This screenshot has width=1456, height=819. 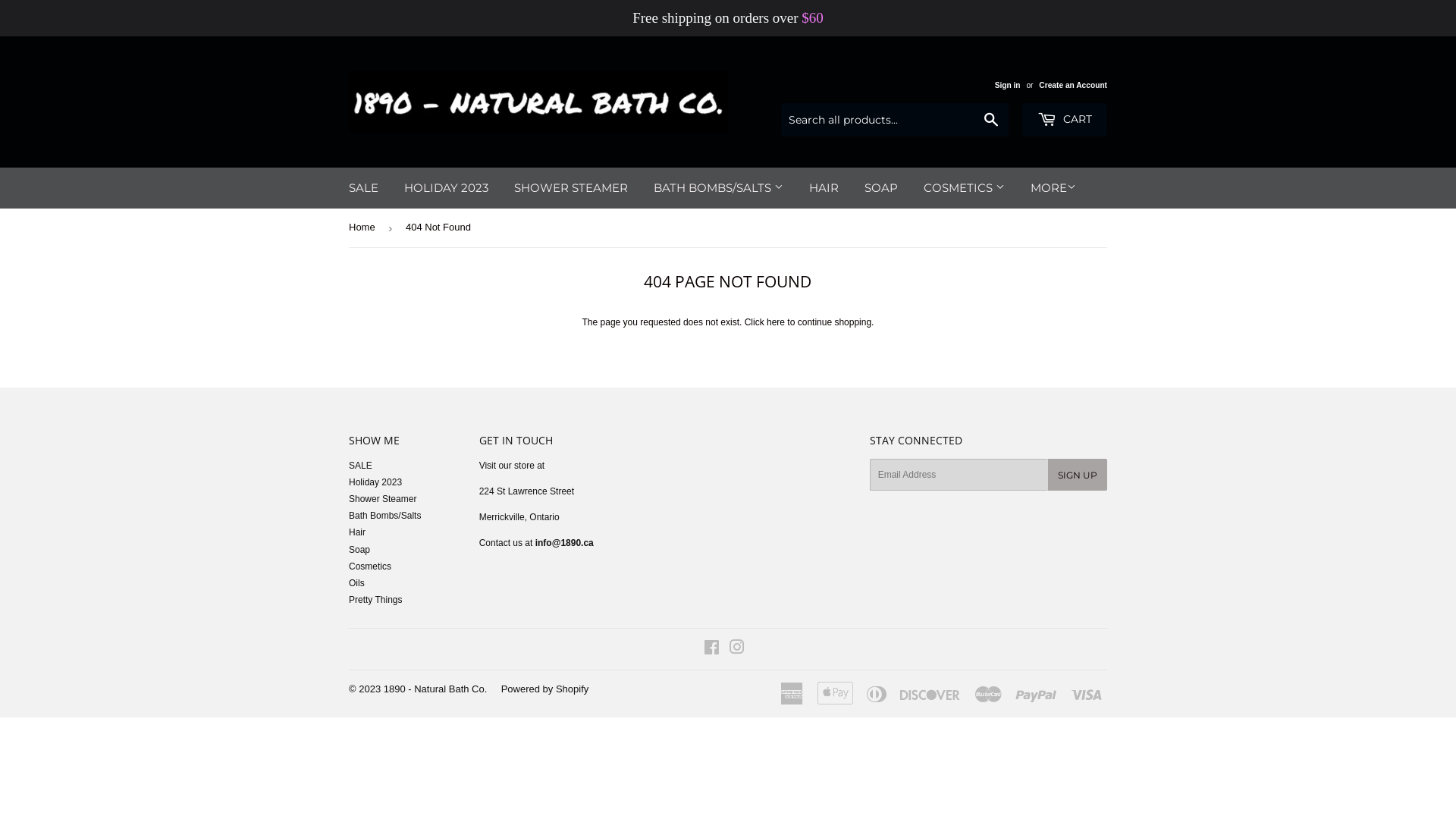 What do you see at coordinates (445, 187) in the screenshot?
I see `'HOLIDAY 2023'` at bounding box center [445, 187].